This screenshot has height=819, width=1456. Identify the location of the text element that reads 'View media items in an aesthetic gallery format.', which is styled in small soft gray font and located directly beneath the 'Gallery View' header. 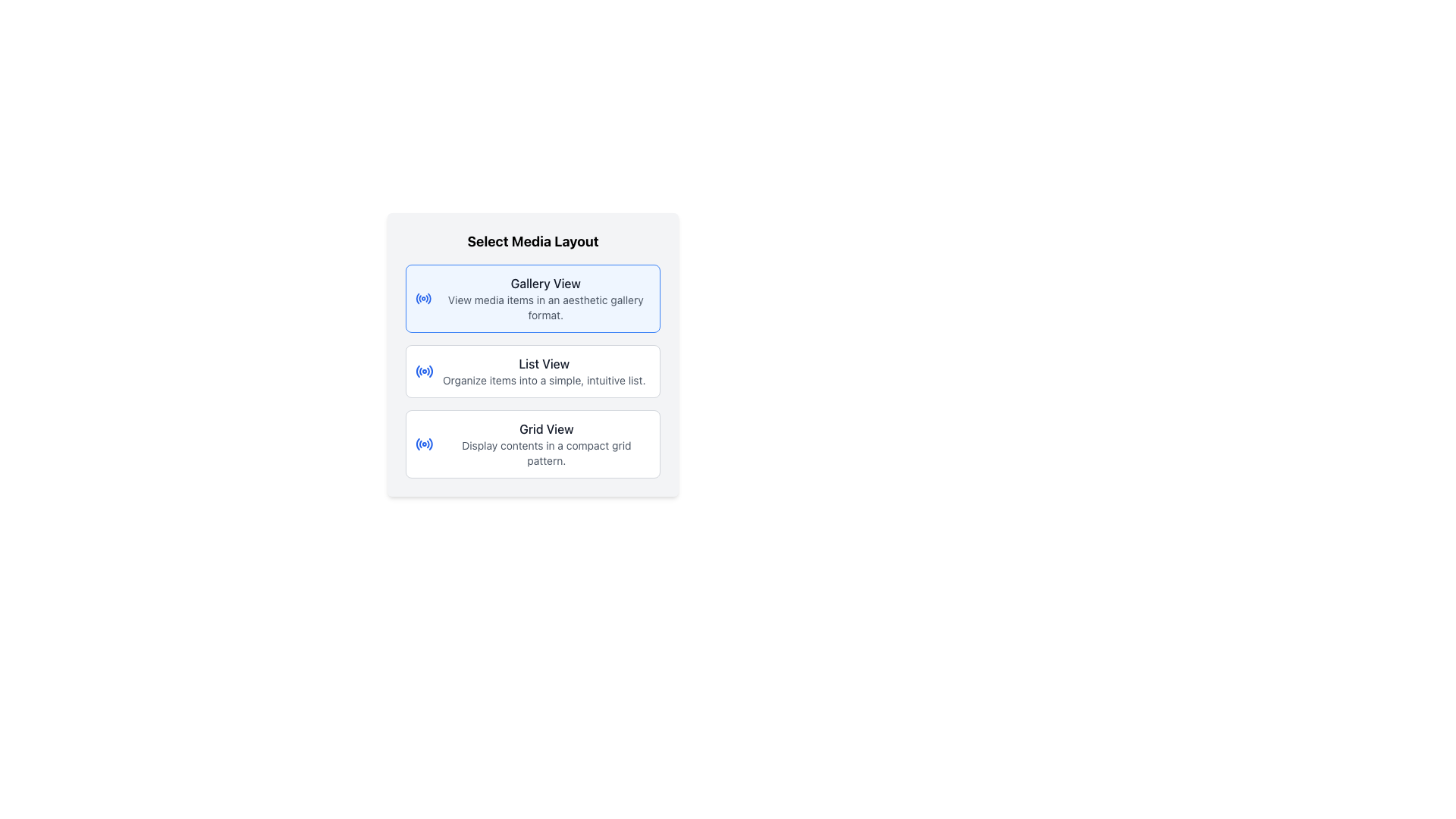
(545, 307).